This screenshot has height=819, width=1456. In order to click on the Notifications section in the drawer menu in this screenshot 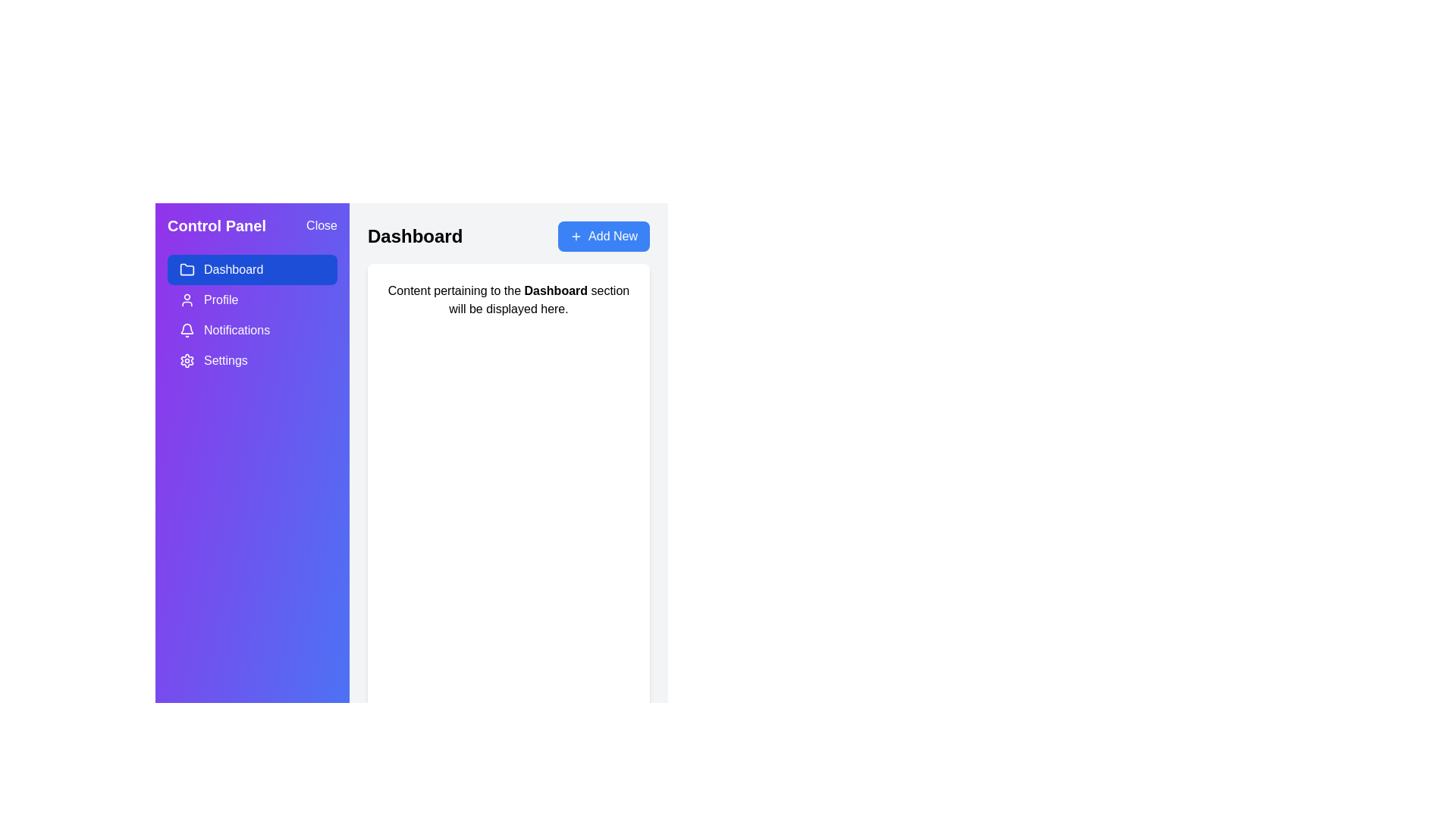, I will do `click(252, 329)`.